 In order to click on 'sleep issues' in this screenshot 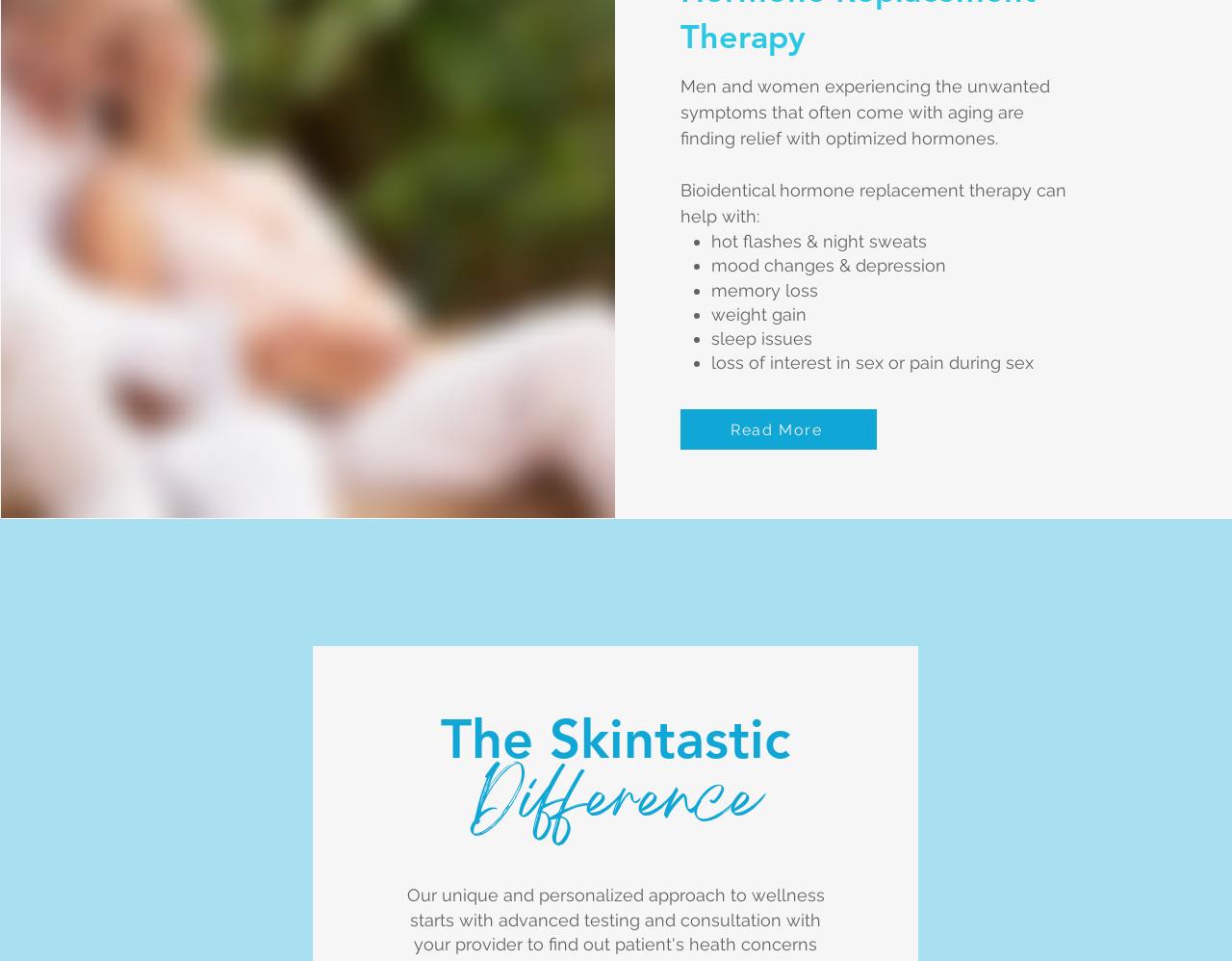, I will do `click(709, 336)`.